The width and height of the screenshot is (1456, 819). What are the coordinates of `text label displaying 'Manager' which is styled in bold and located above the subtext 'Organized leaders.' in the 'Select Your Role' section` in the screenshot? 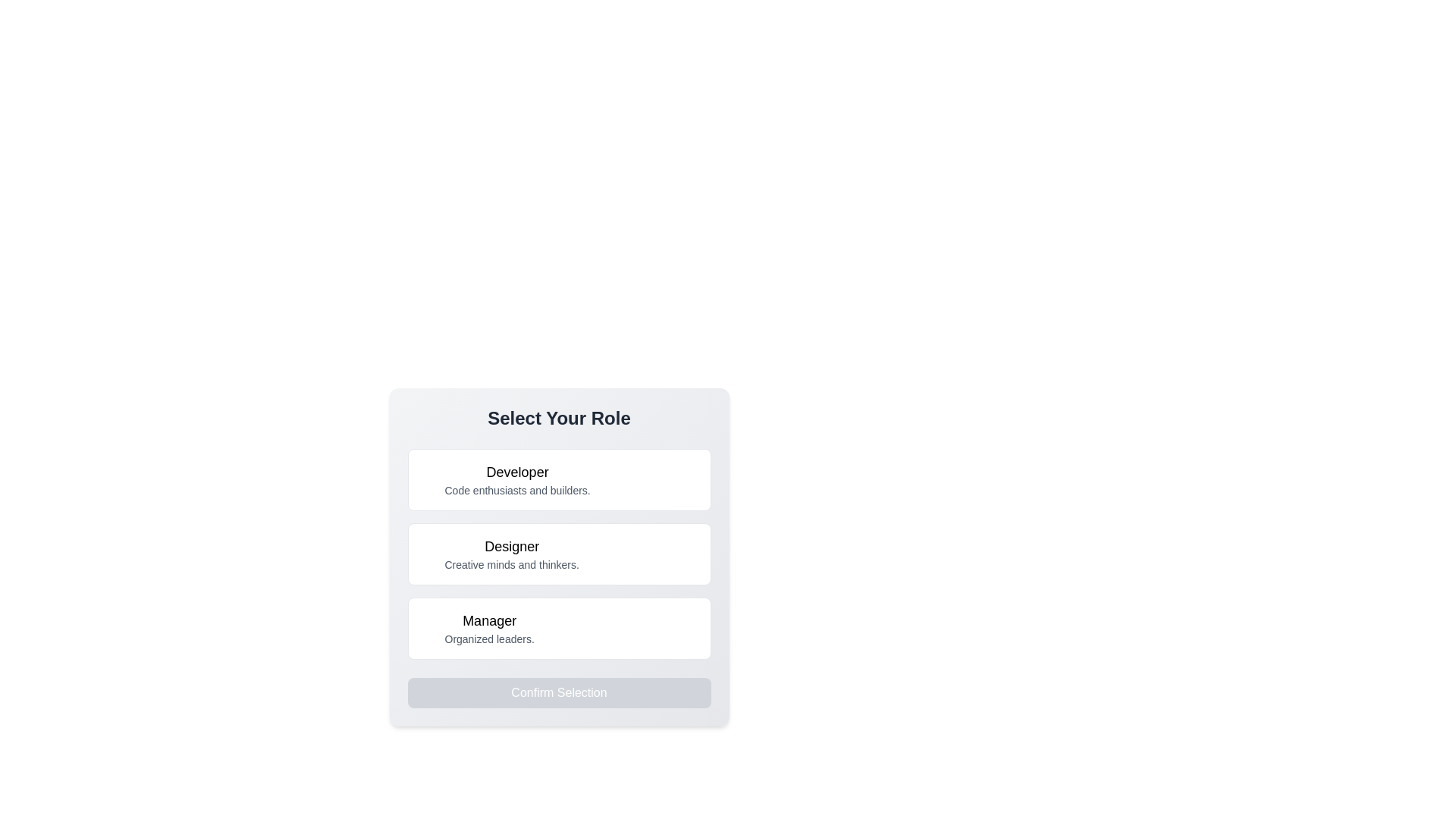 It's located at (489, 620).